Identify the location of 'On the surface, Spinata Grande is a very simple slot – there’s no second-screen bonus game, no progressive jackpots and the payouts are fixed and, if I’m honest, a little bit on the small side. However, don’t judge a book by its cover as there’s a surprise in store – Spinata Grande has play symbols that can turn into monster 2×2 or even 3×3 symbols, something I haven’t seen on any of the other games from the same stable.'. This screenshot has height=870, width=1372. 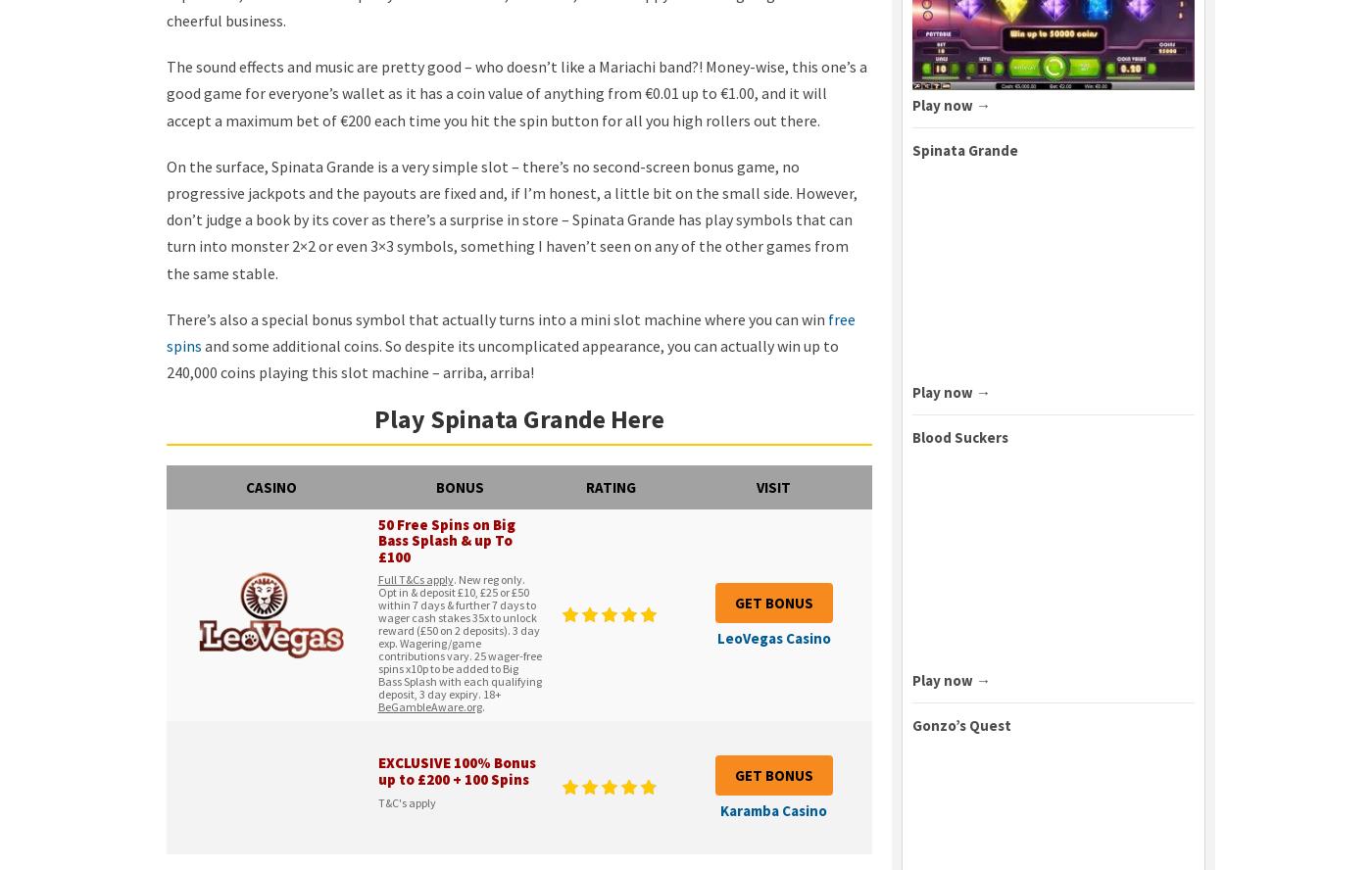
(512, 218).